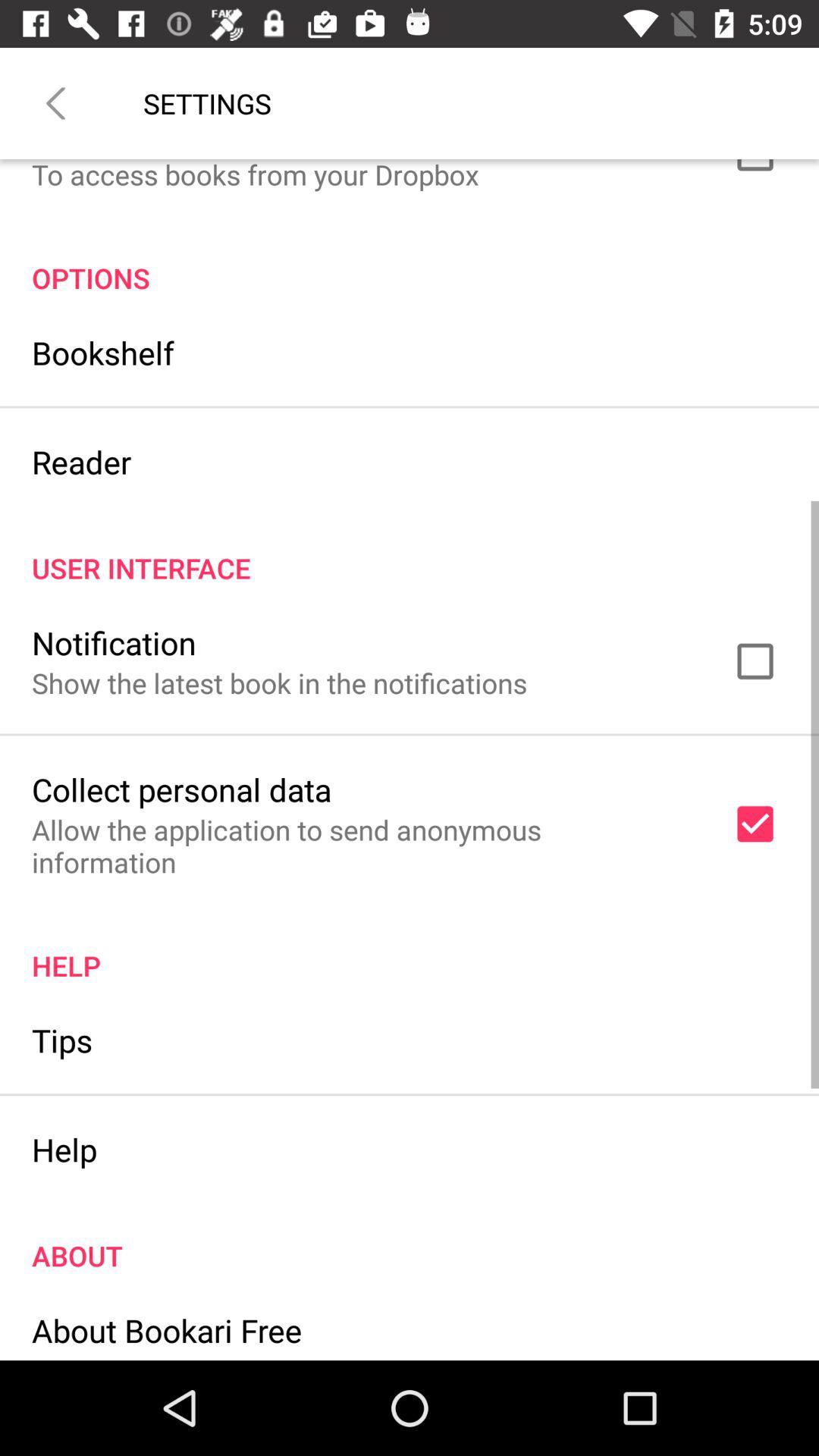 The image size is (819, 1456). What do you see at coordinates (61, 1039) in the screenshot?
I see `item above the help item` at bounding box center [61, 1039].